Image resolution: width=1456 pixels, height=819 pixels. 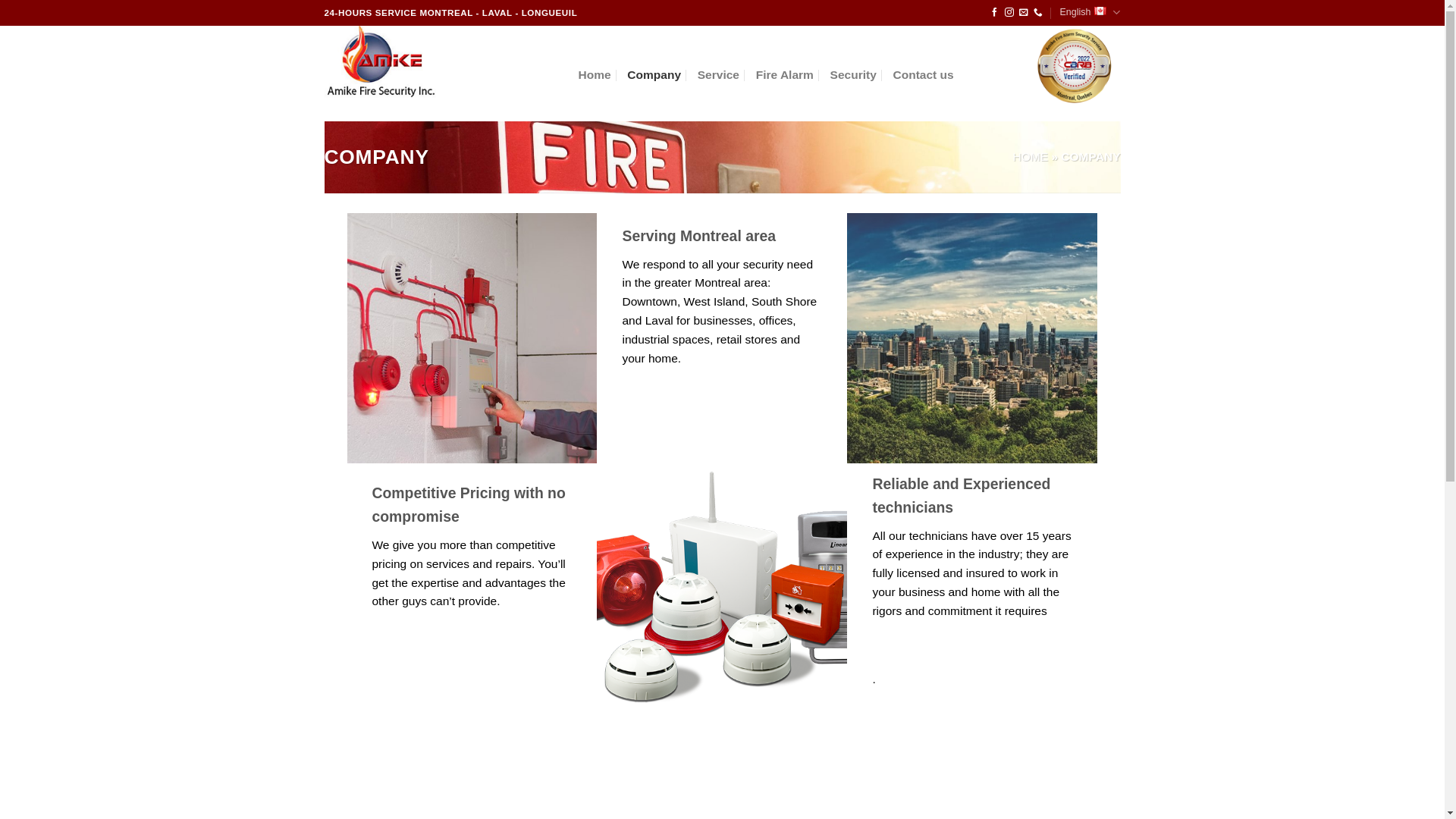 I want to click on 'HOME', so click(x=1031, y=156).